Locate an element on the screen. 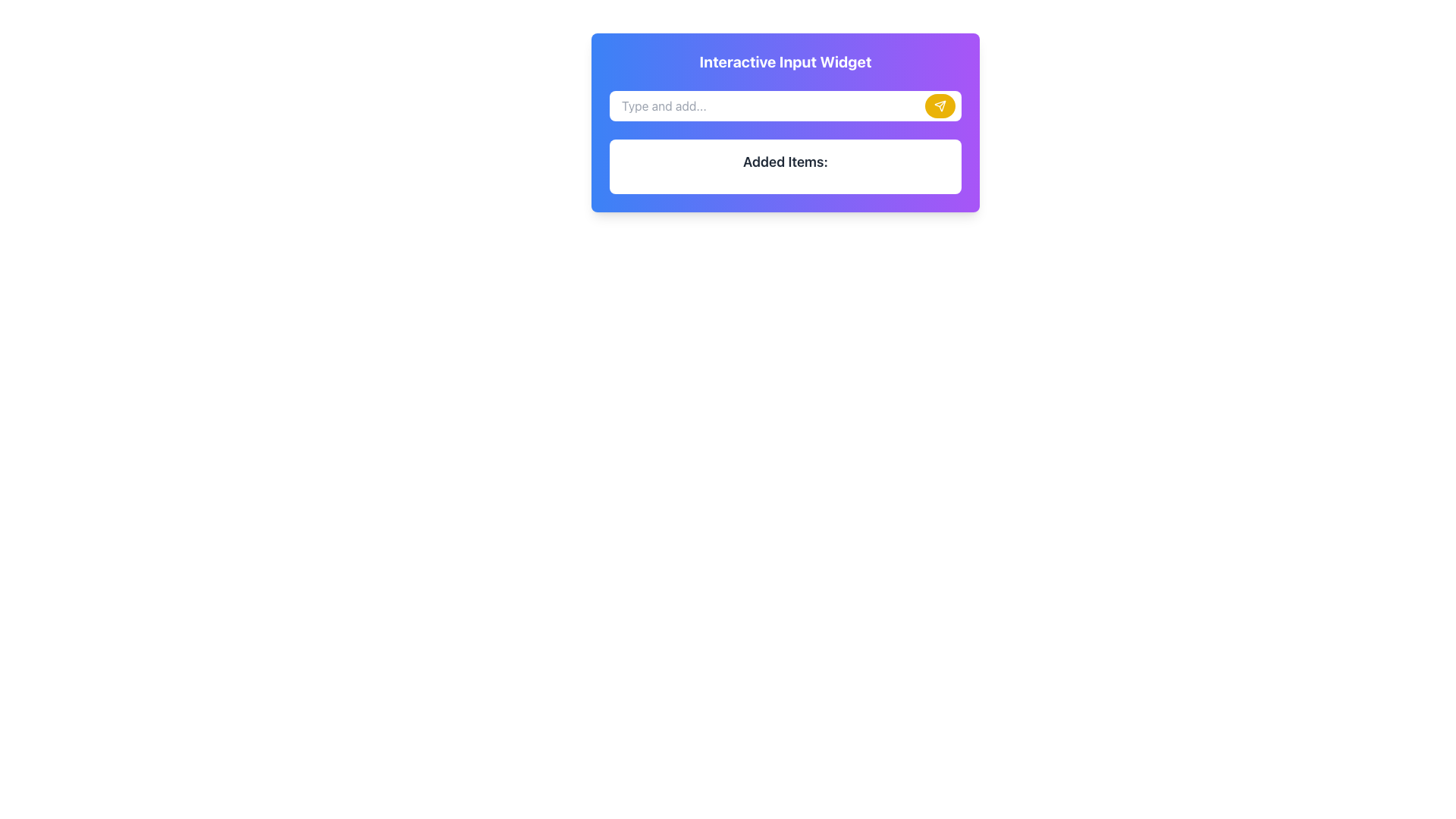 The width and height of the screenshot is (1456, 819). the paper airplane icon on the yellow circular background located at the end of the input field to send the input is located at coordinates (939, 105).